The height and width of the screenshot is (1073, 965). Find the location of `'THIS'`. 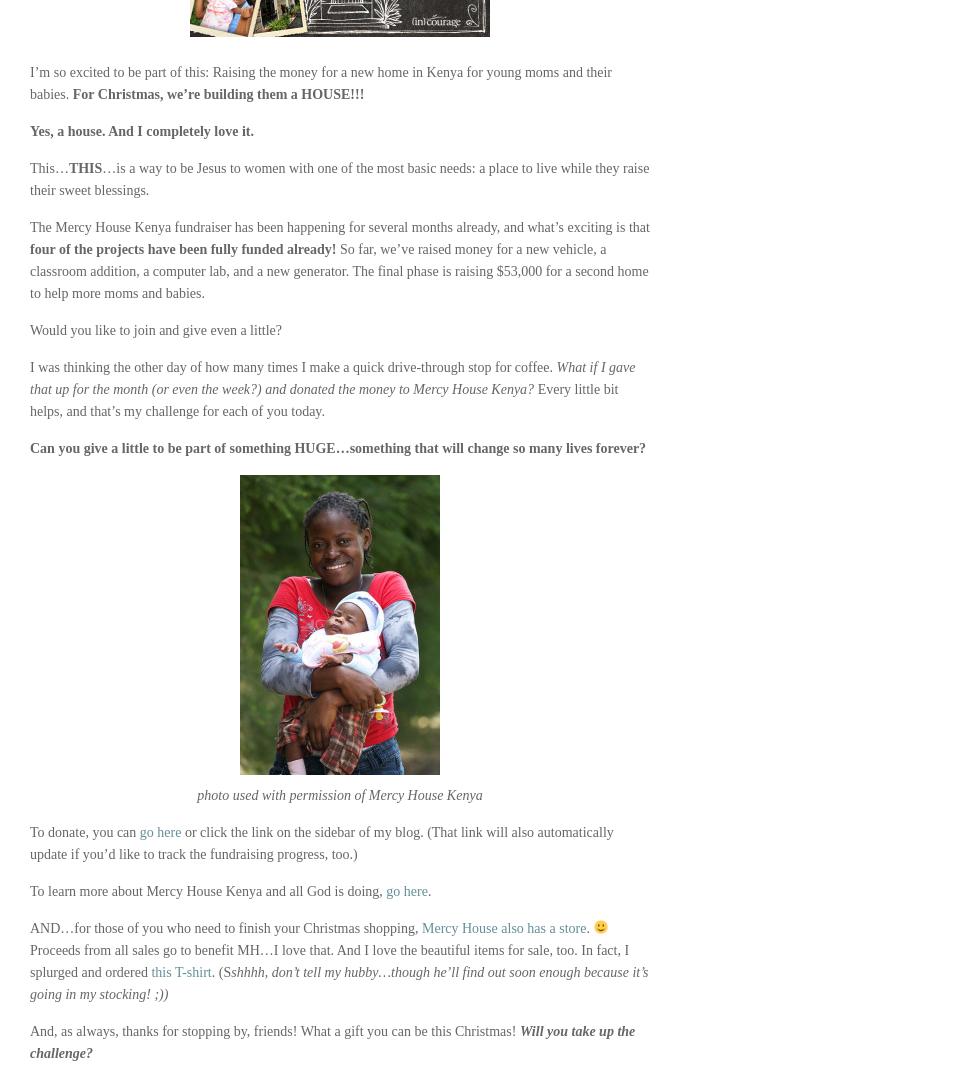

'THIS' is located at coordinates (84, 167).